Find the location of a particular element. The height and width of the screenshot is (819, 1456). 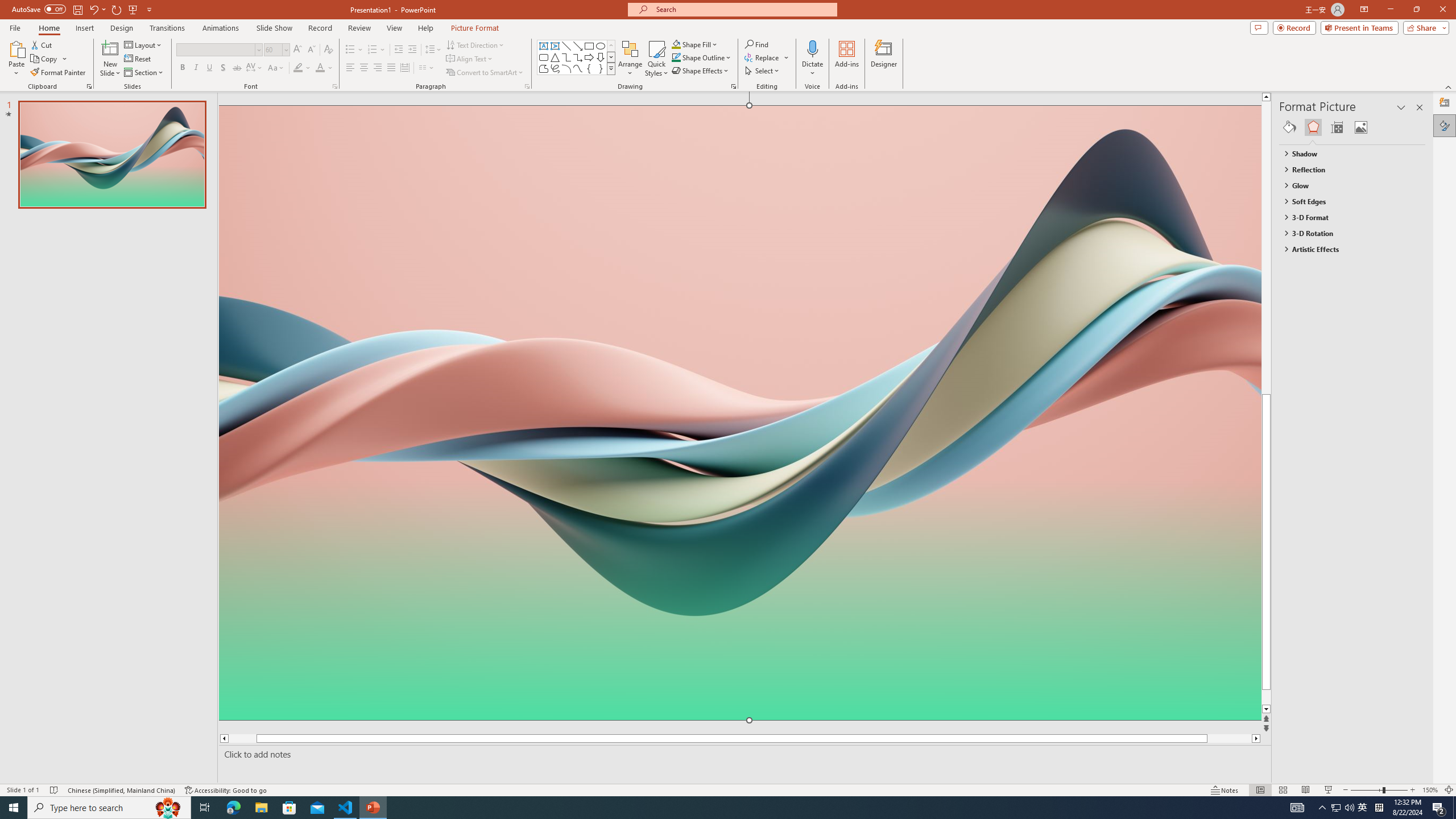

'Share' is located at coordinates (1423, 27).